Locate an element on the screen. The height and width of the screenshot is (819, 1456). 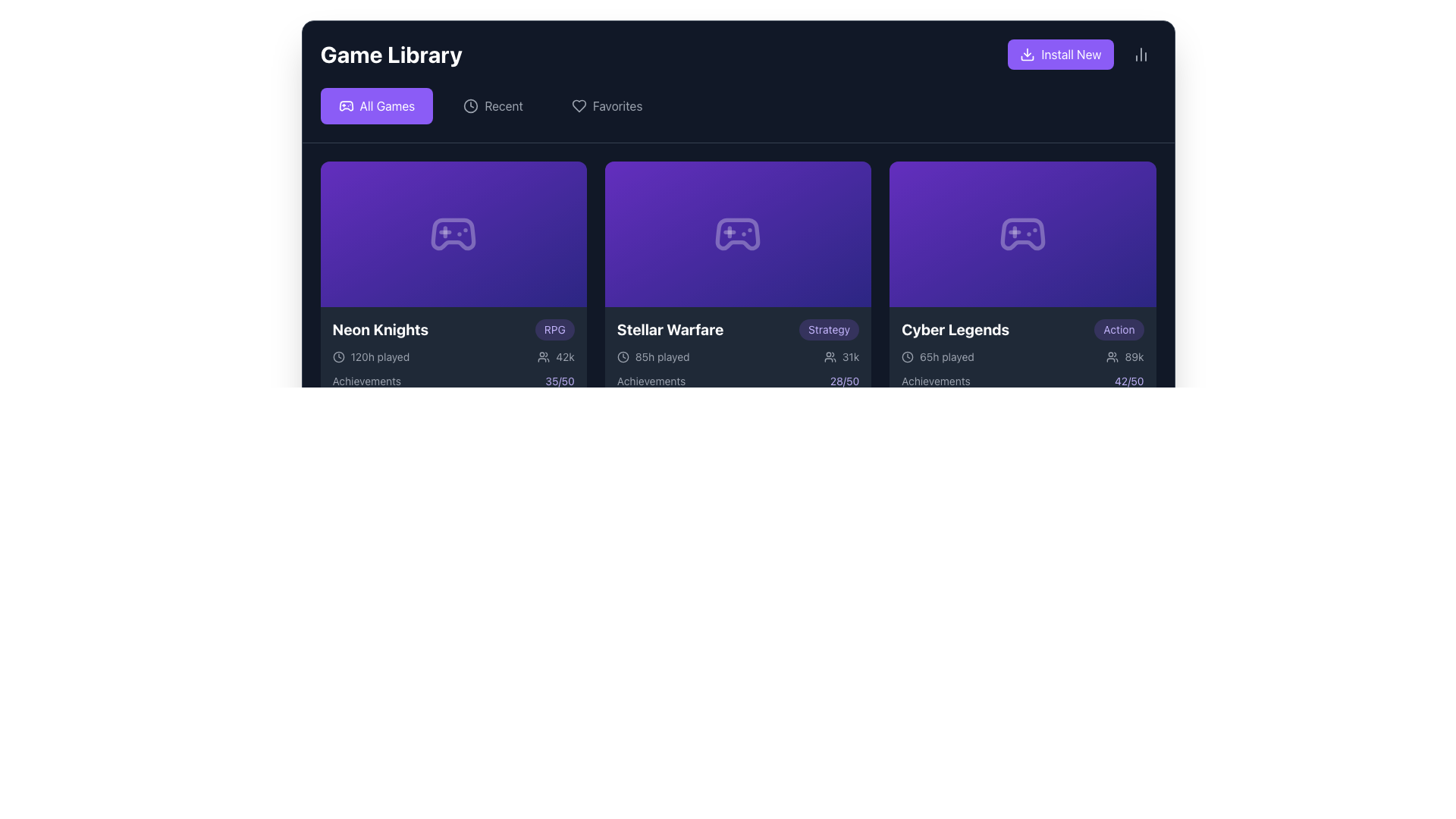
the user count icon located to the left of the text '89k' in the bottom-right corner of the 'Cyber Legends' card is located at coordinates (1112, 356).